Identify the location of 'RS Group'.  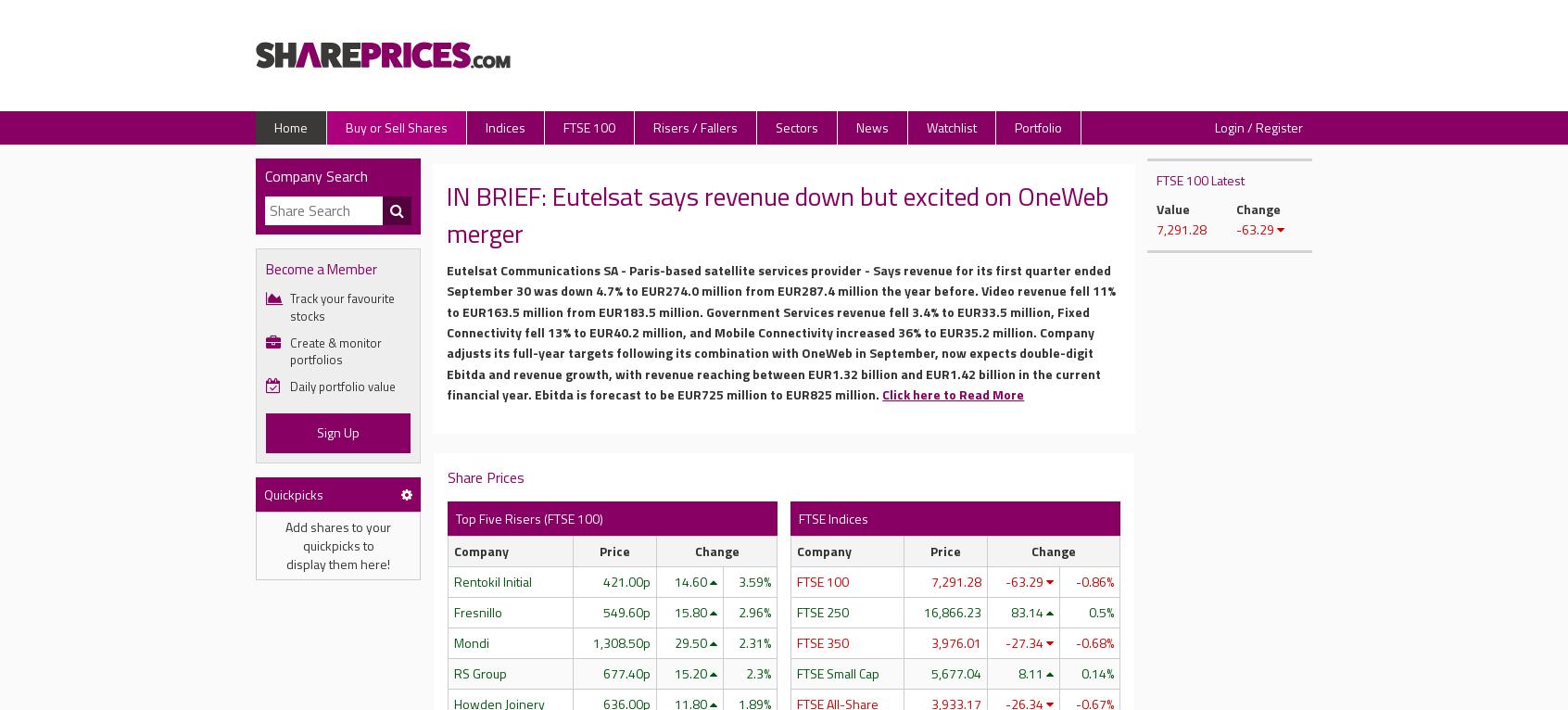
(480, 671).